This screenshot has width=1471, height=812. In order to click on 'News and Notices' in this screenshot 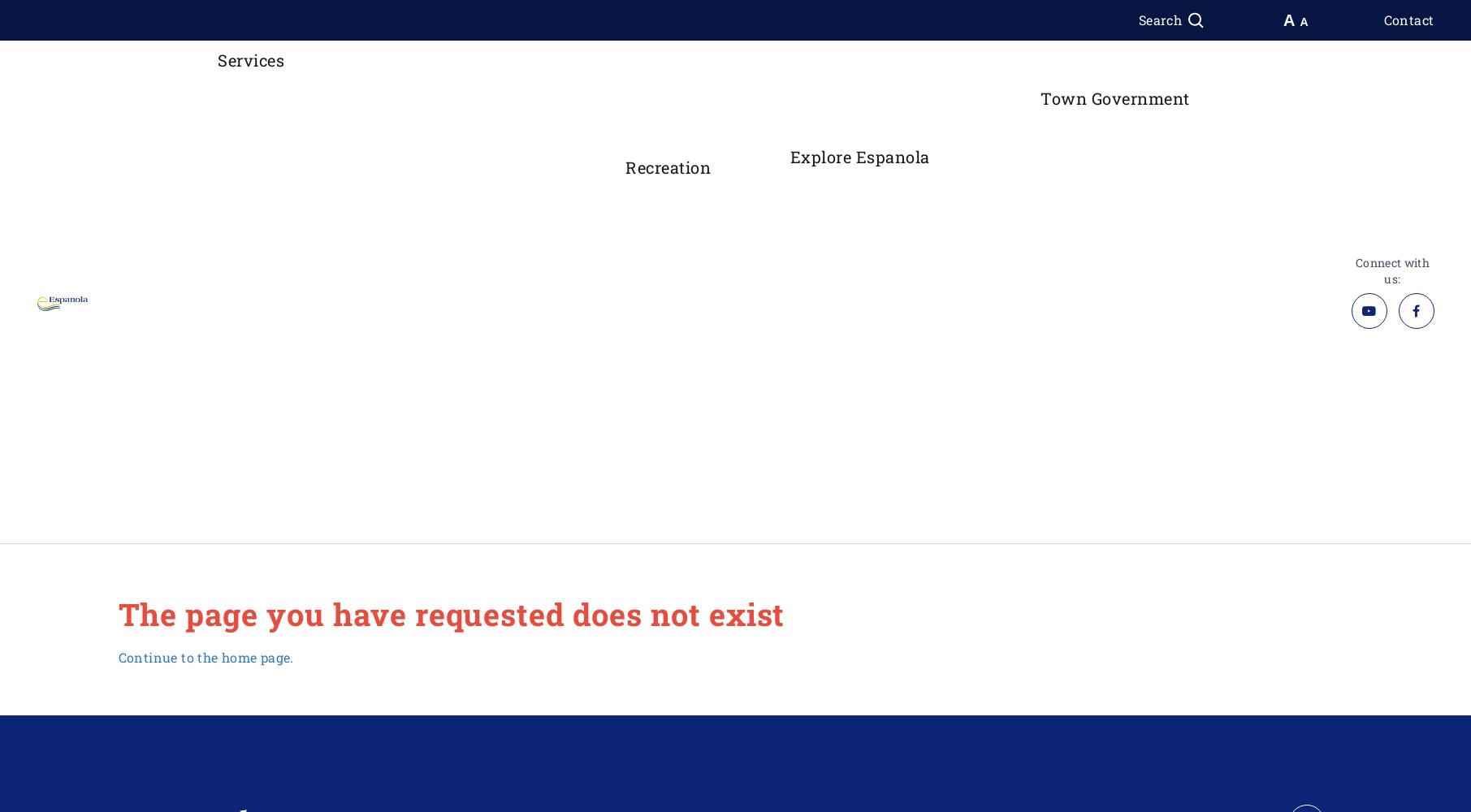, I will do `click(1118, 425)`.